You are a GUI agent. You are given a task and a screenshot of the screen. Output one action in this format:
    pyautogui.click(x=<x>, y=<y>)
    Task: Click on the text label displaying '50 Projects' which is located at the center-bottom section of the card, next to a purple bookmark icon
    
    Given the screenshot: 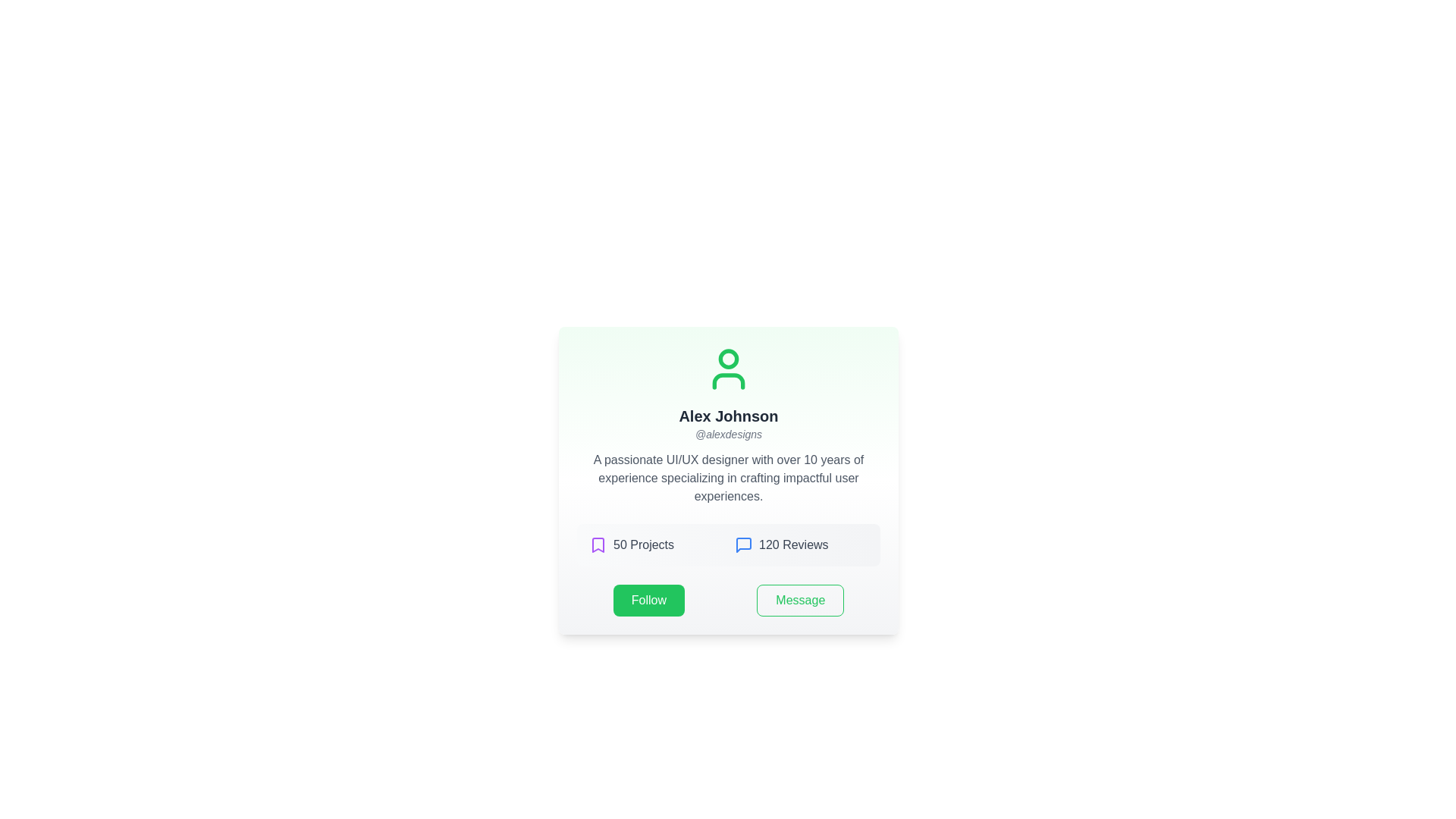 What is the action you would take?
    pyautogui.click(x=644, y=544)
    